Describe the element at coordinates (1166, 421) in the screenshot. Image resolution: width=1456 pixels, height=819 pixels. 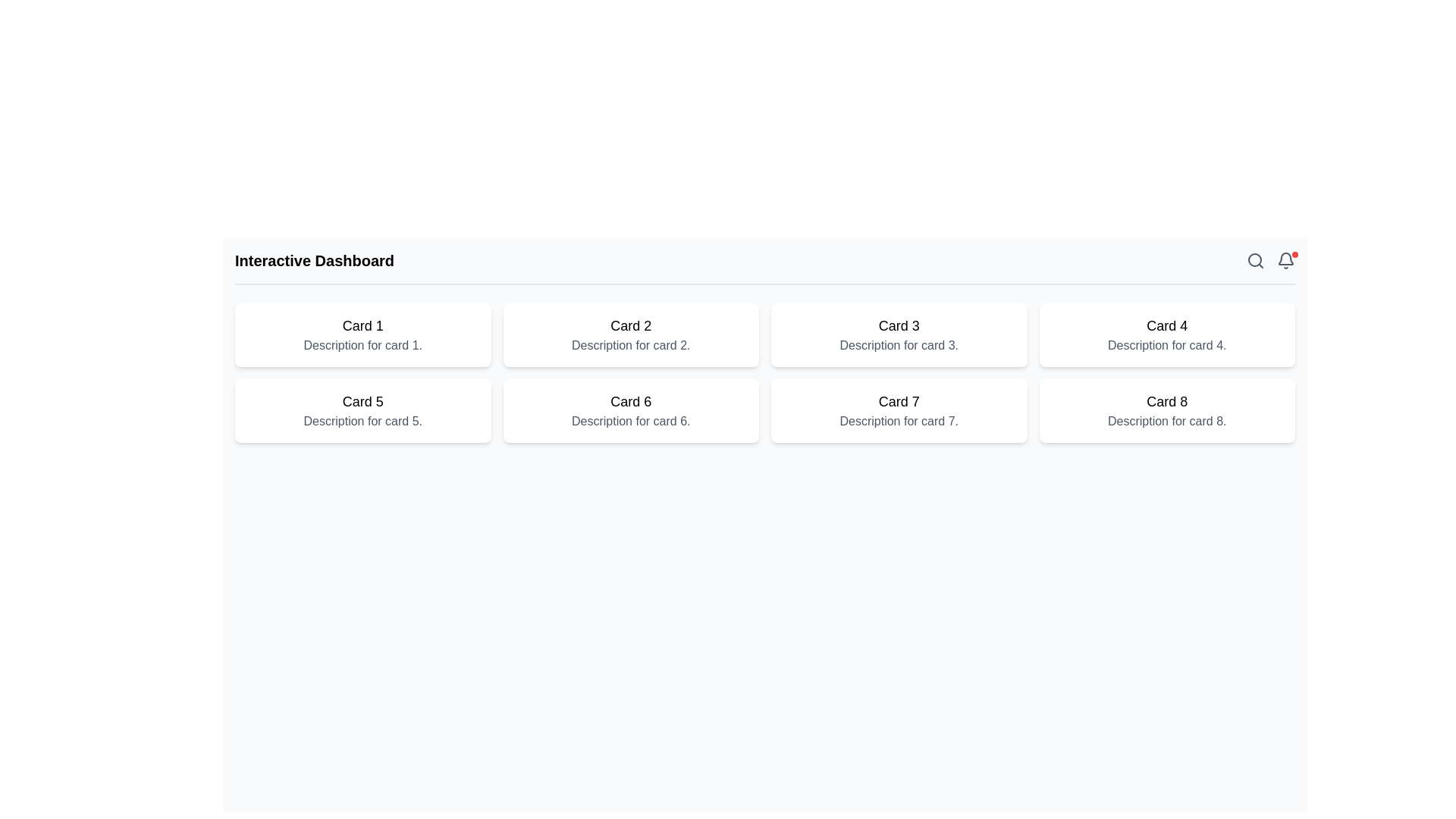
I see `centrally aligned gray text that says 'Description for card 8.' located at the bottom part of the eighth card in the grid layout` at that location.